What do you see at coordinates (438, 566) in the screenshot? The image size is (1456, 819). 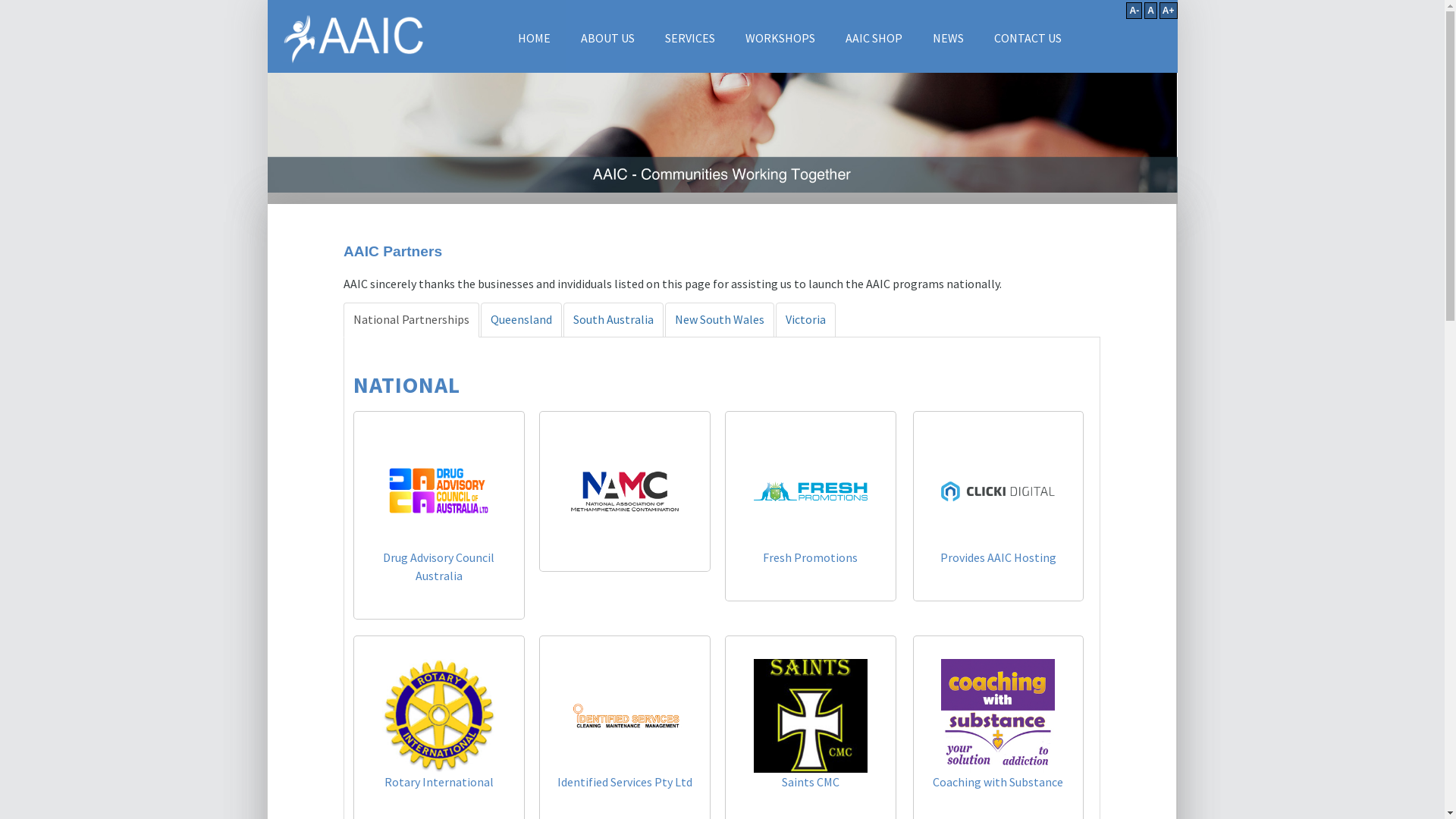 I see `'Drug Advisory Council Australia'` at bounding box center [438, 566].